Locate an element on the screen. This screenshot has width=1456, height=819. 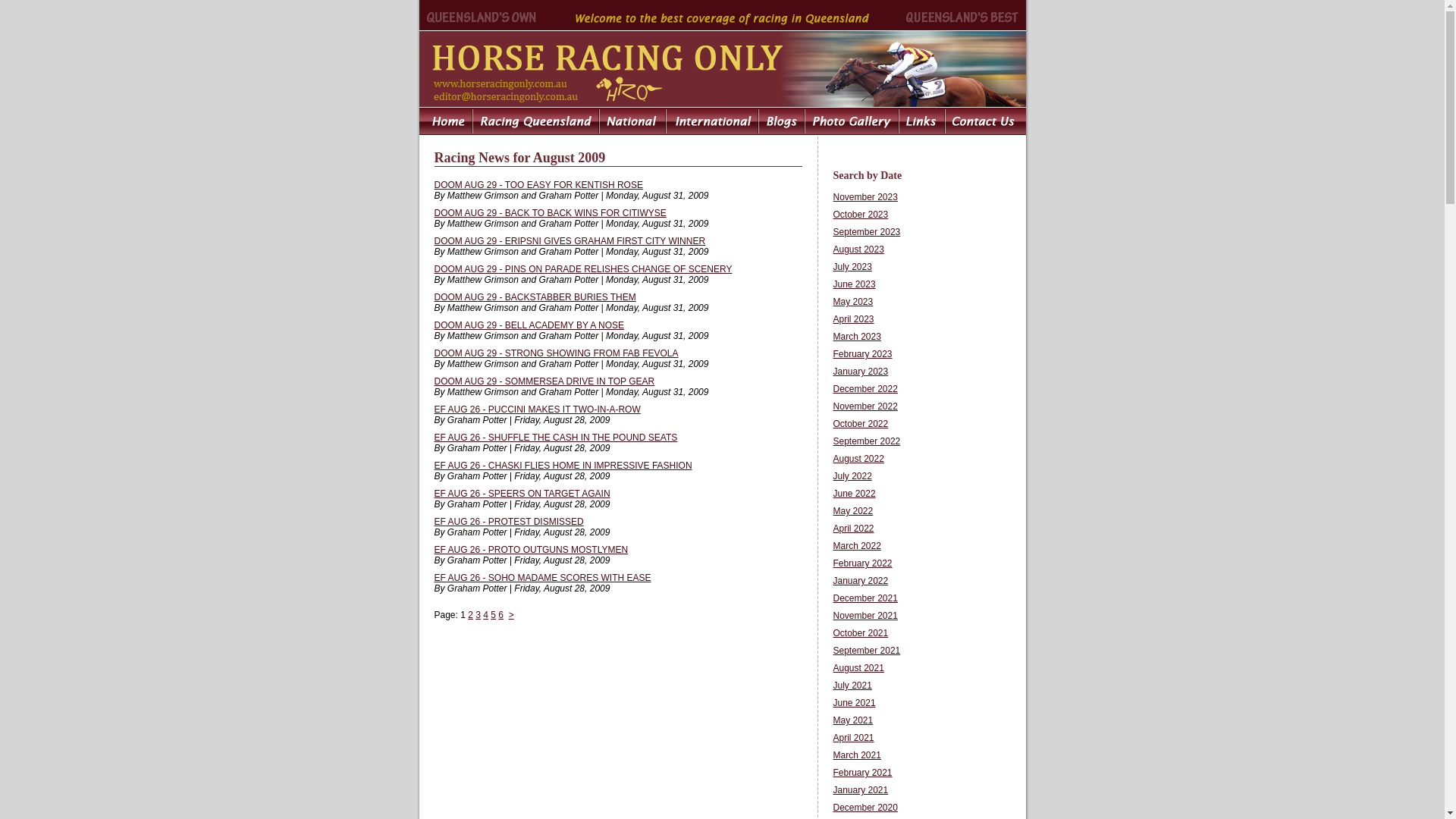
'April 2022' is located at coordinates (832, 528).